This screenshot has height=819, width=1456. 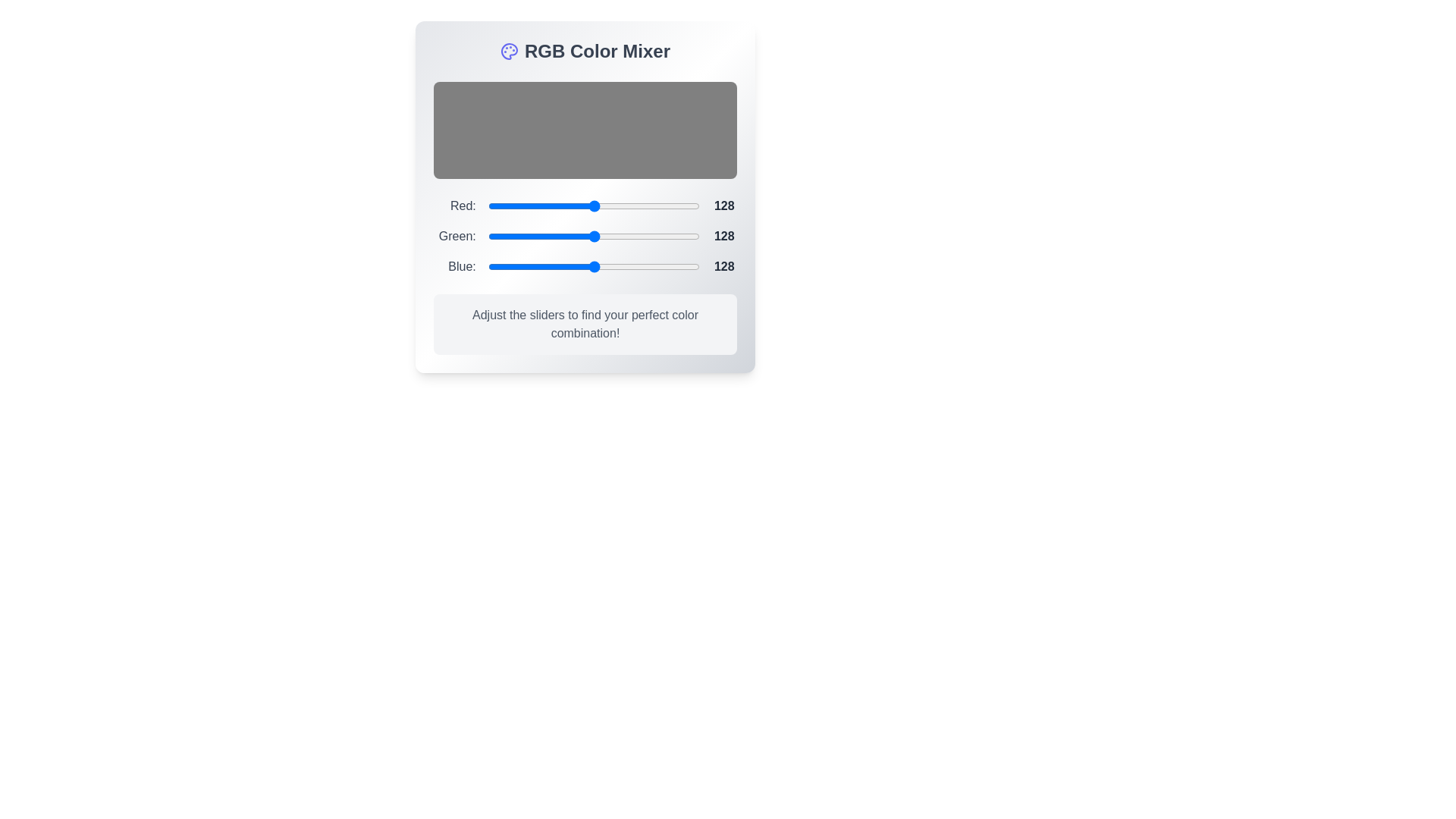 What do you see at coordinates (650, 237) in the screenshot?
I see `the 1 slider to a value of 136` at bounding box center [650, 237].